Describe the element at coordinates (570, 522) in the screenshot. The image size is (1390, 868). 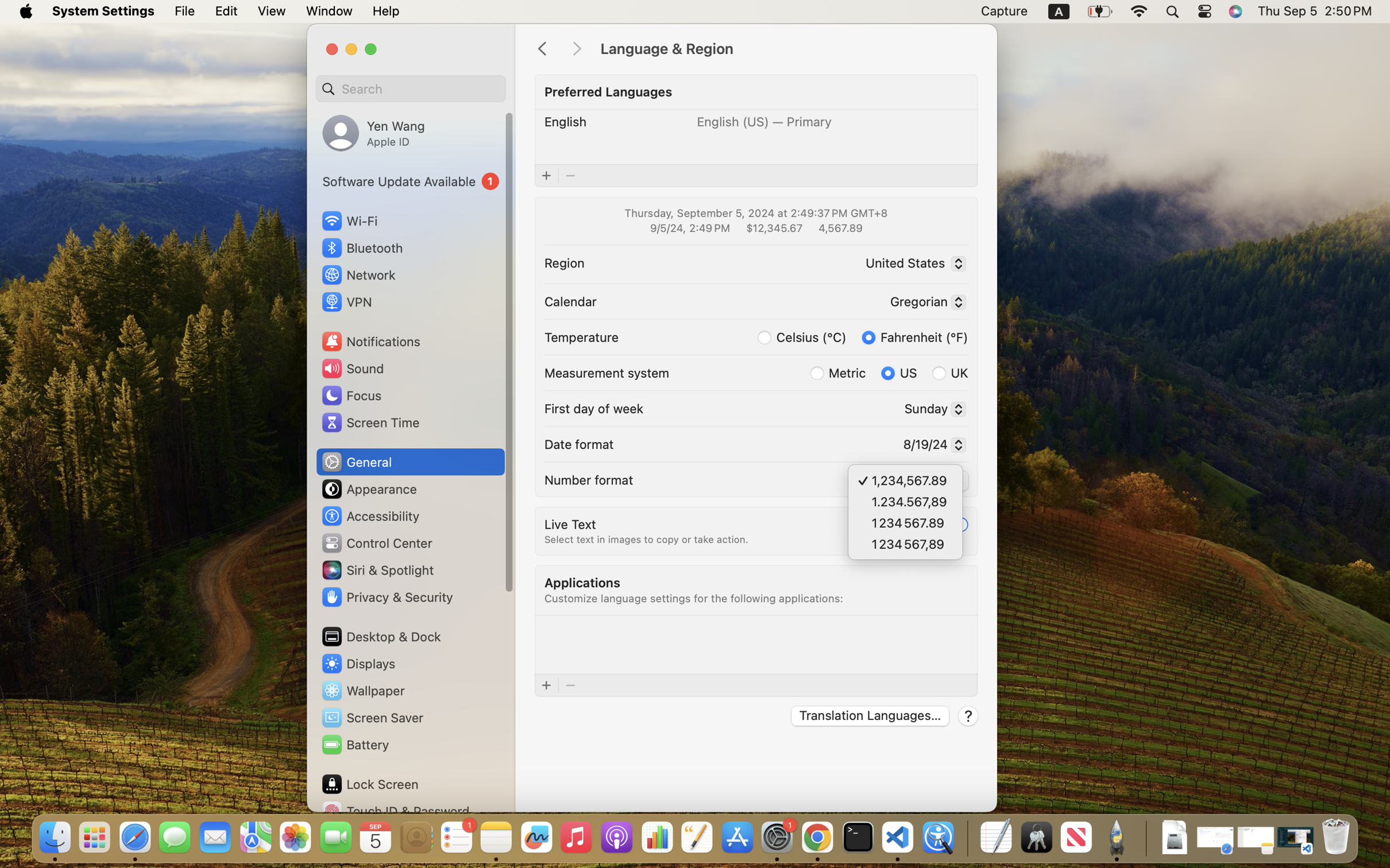
I see `'Live Text'` at that location.